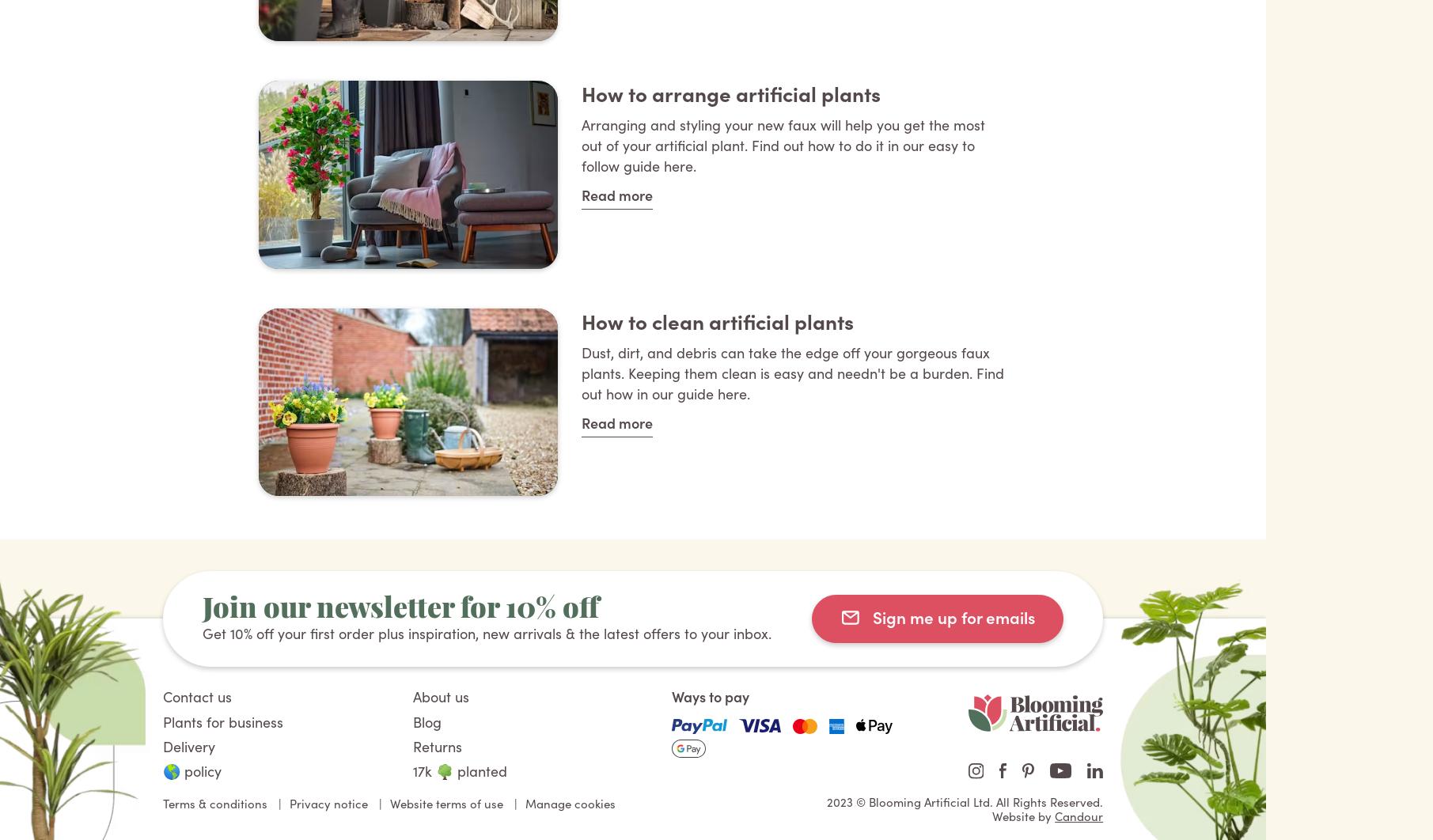  I want to click on 'Candour', so click(1078, 815).